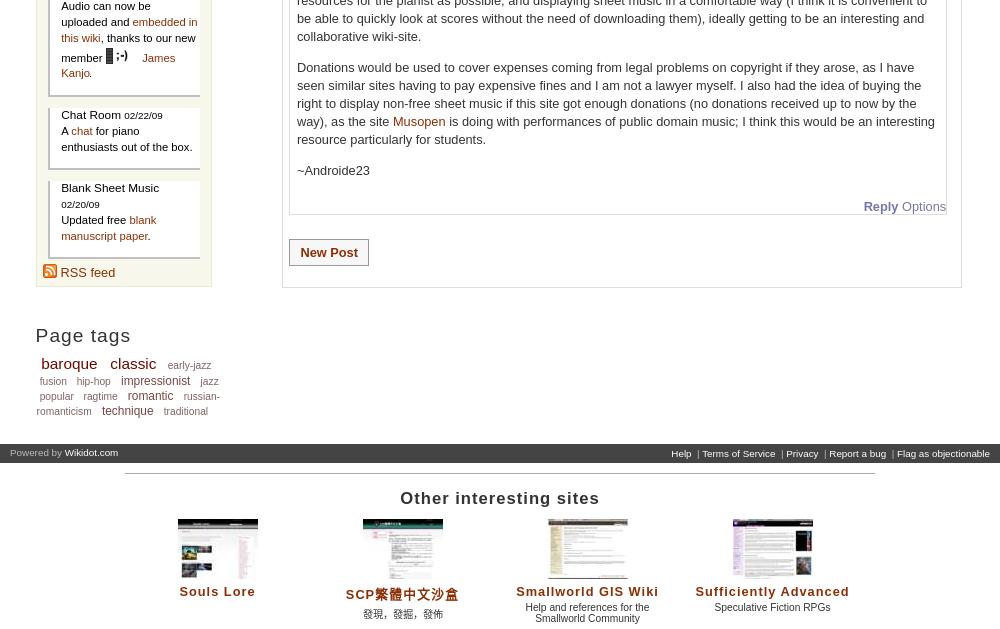  Describe the element at coordinates (942, 452) in the screenshot. I see `'Flag as objectionable'` at that location.